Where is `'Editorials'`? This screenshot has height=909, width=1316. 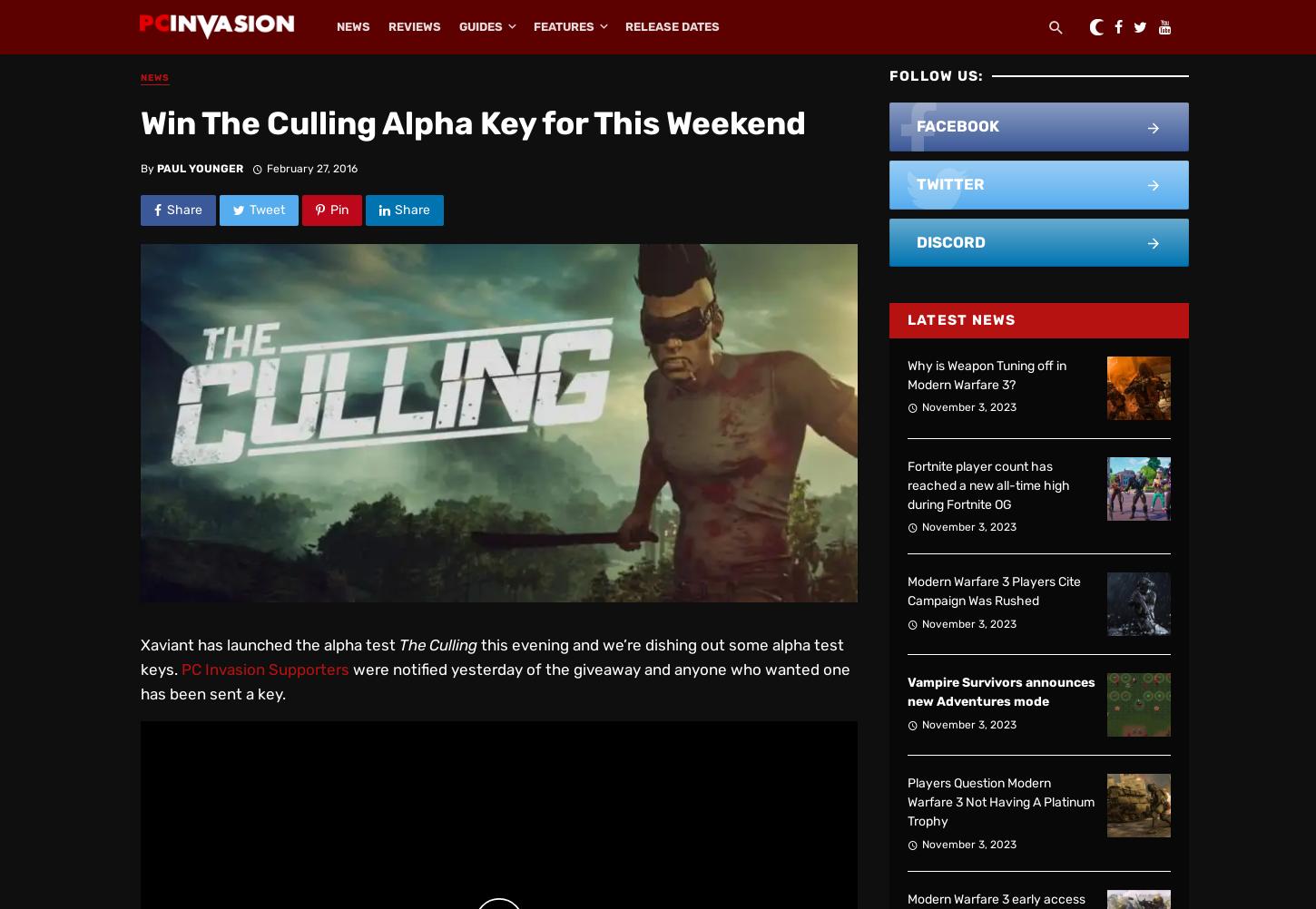
'Editorials' is located at coordinates (565, 74).